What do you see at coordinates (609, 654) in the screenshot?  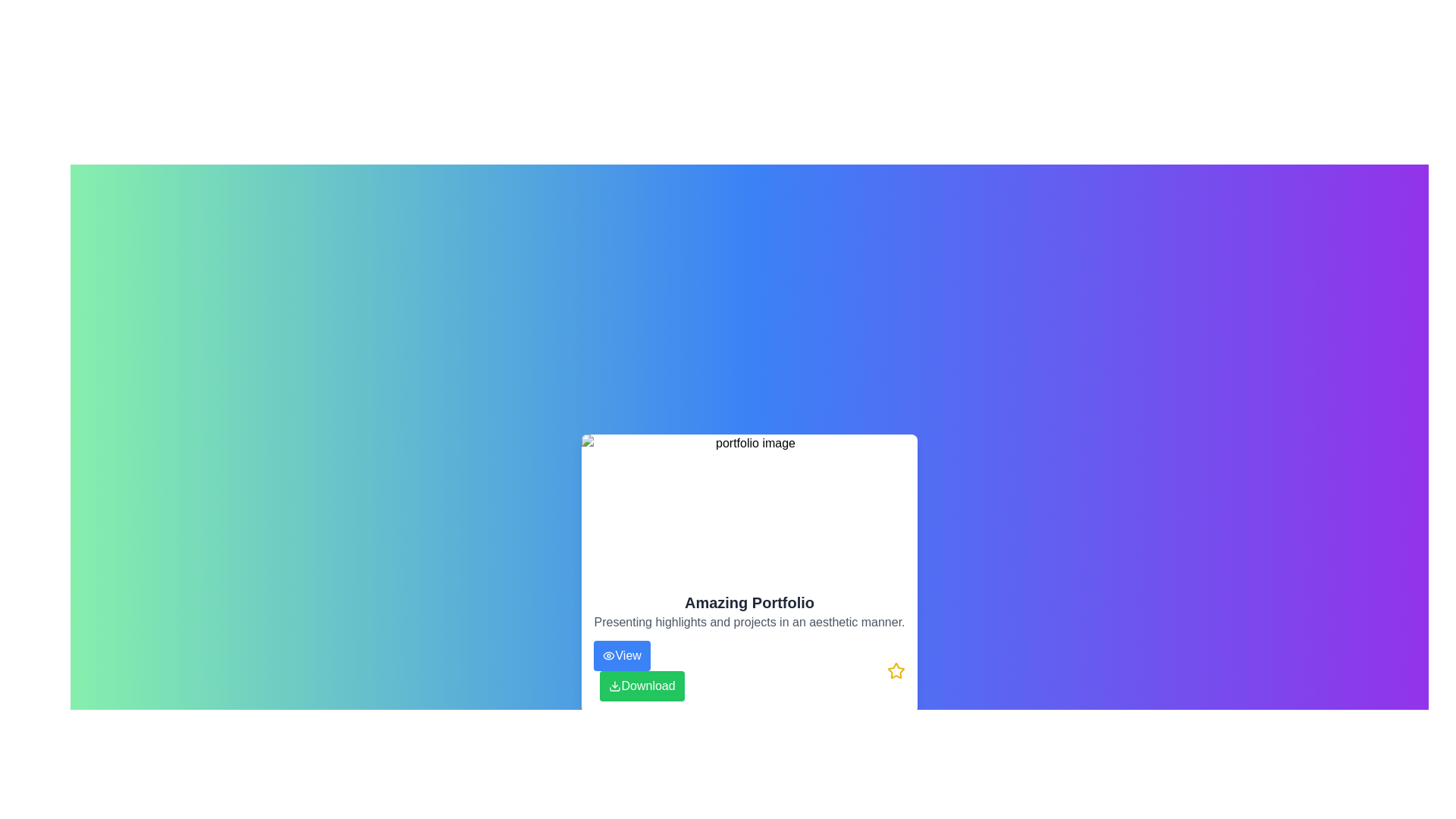 I see `the 'View' button located below the portfolio title and description section, which contains a small eye icon on the left side of the text 'View'` at bounding box center [609, 654].